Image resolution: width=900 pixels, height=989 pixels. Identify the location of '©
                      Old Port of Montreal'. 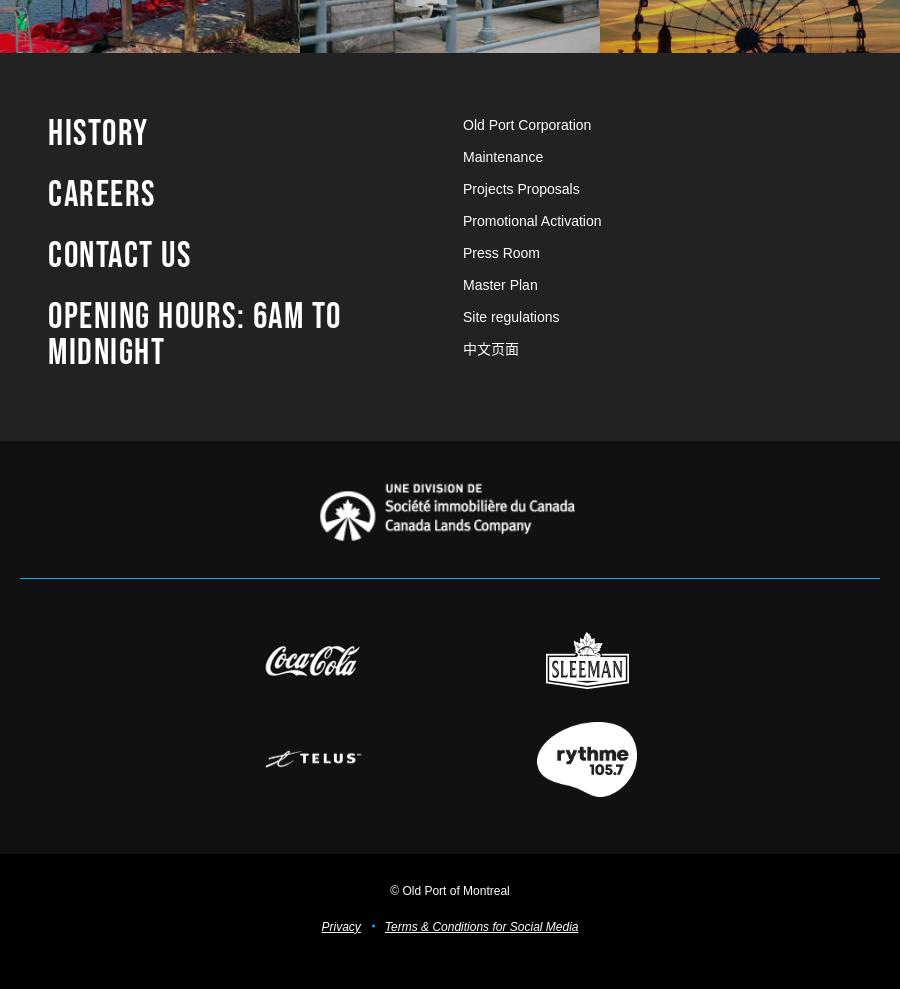
(449, 889).